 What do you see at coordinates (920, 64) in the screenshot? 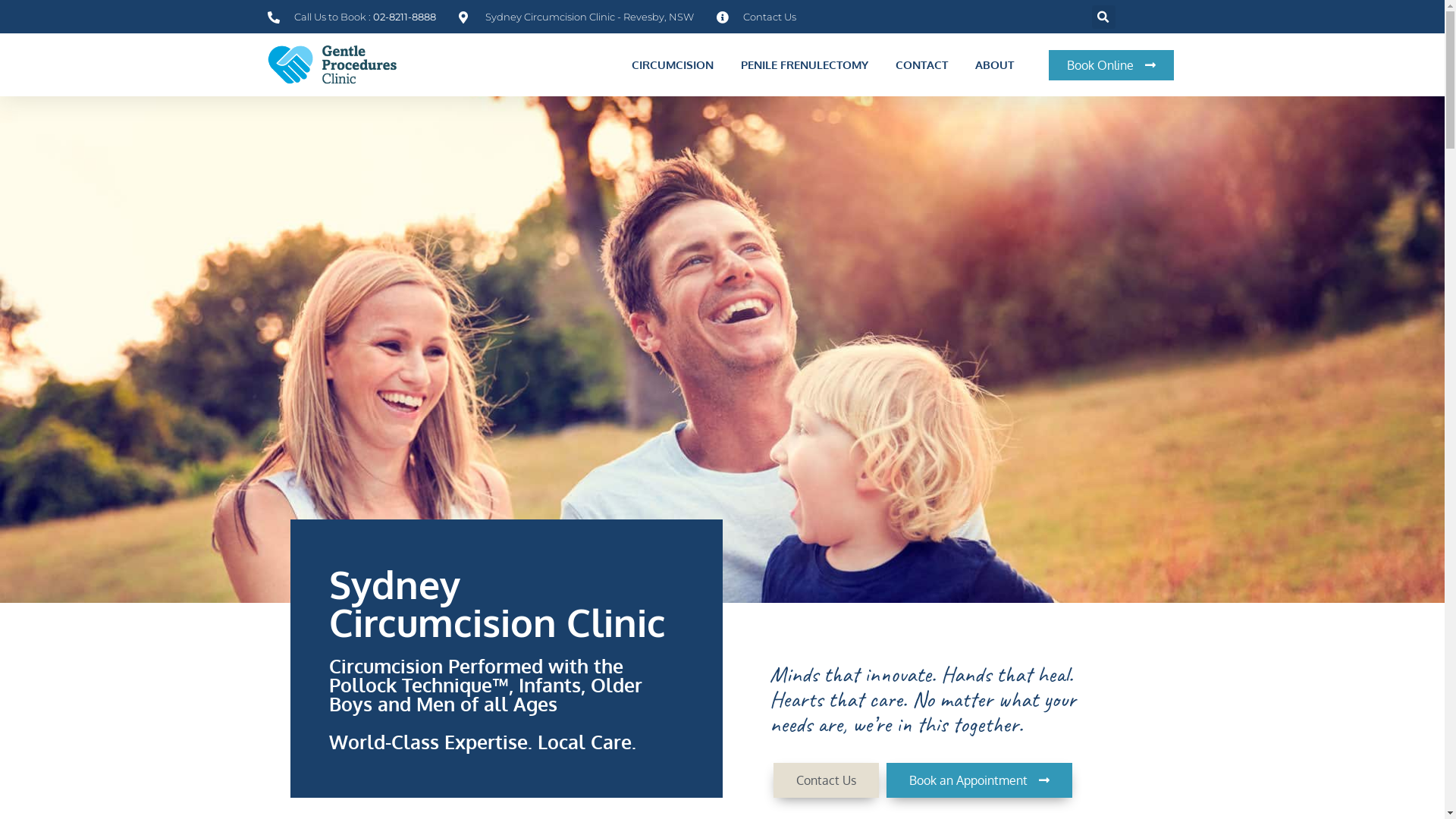
I see `'CONTACT'` at bounding box center [920, 64].